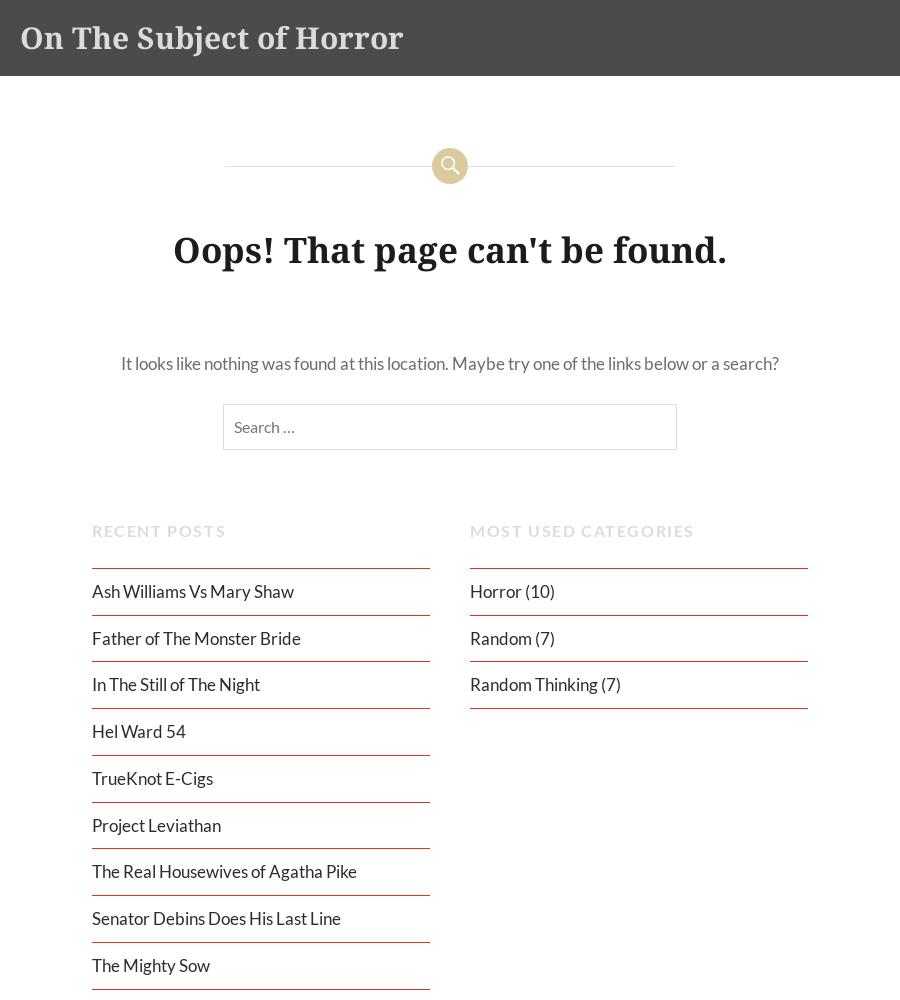  I want to click on 'Recent Posts', so click(159, 529).